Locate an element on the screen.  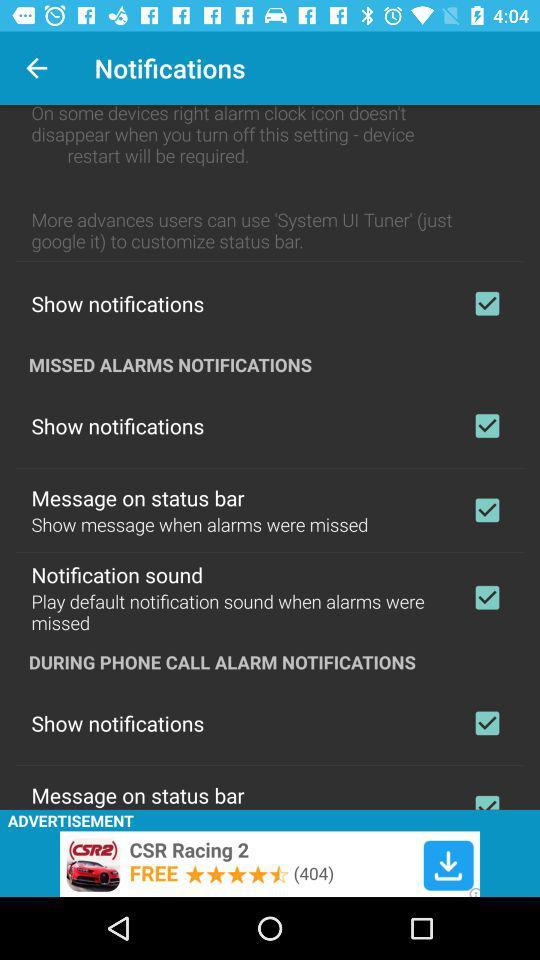
box is located at coordinates (486, 303).